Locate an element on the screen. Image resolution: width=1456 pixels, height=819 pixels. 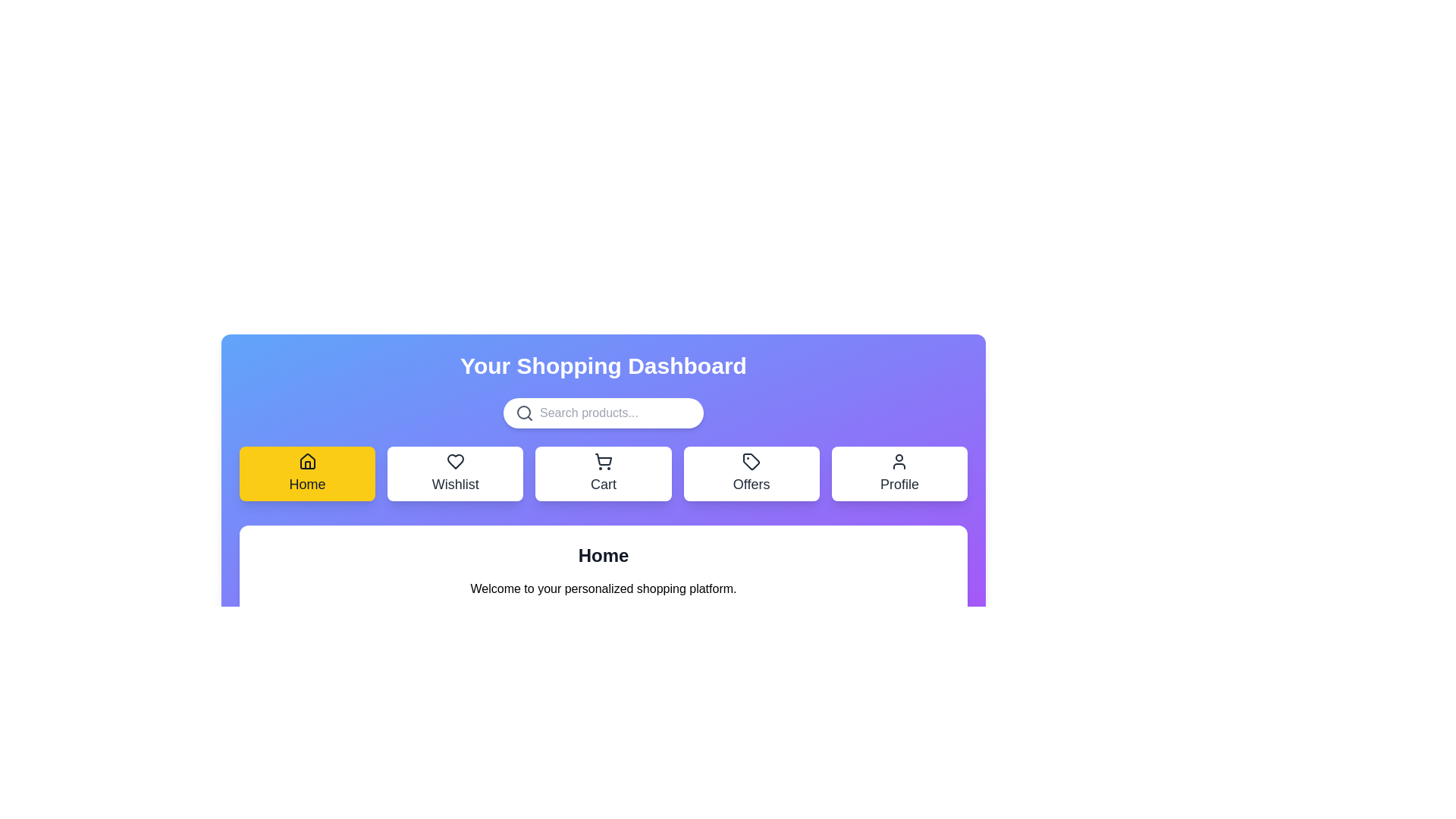
the heart icon that represents the Wishlist feature, located centrally within the second button of the horizontal navigation menu is located at coordinates (454, 461).